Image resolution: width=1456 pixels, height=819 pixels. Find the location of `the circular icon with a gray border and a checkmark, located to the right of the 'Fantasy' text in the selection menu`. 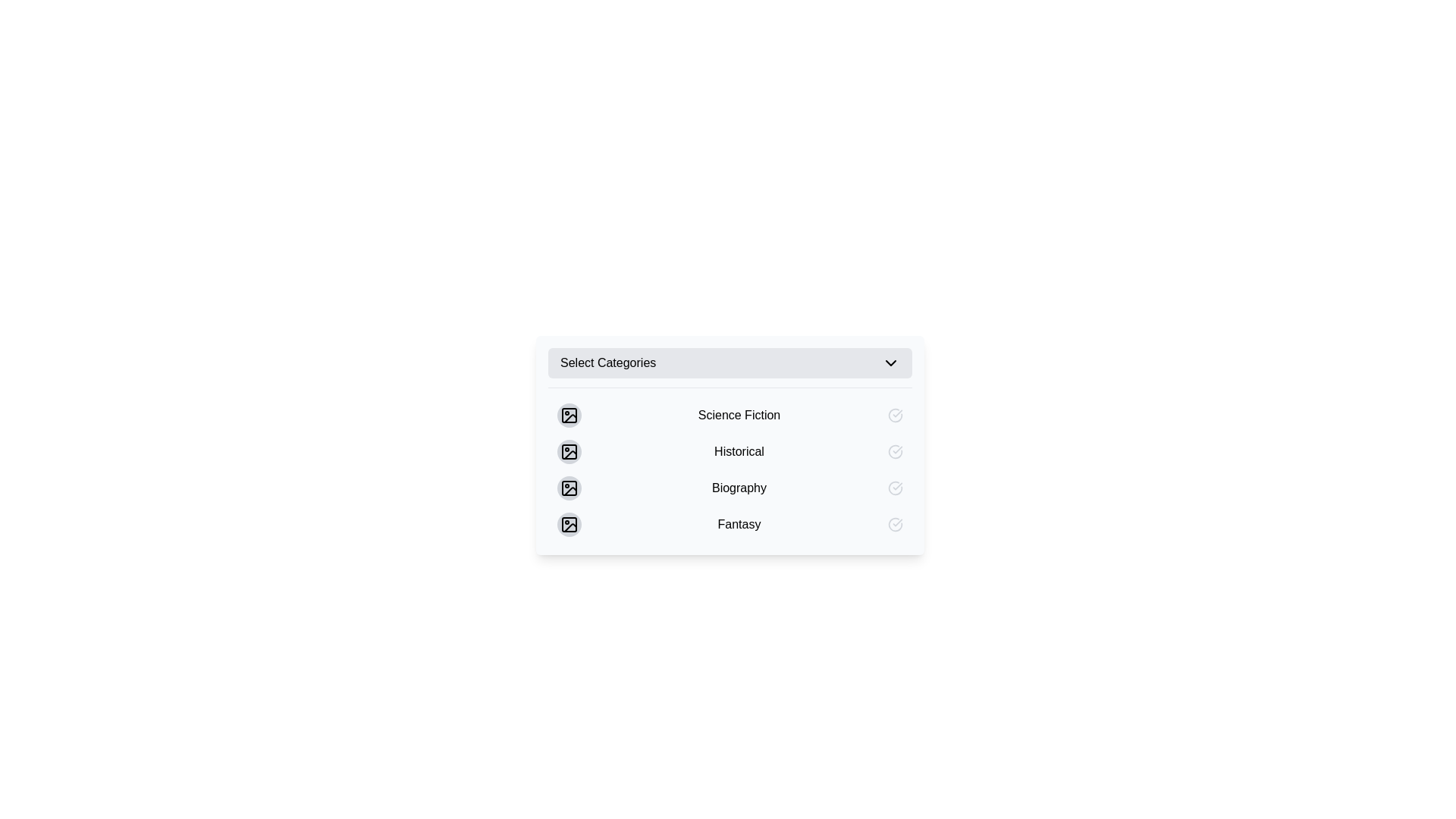

the circular icon with a gray border and a checkmark, located to the right of the 'Fantasy' text in the selection menu is located at coordinates (895, 523).